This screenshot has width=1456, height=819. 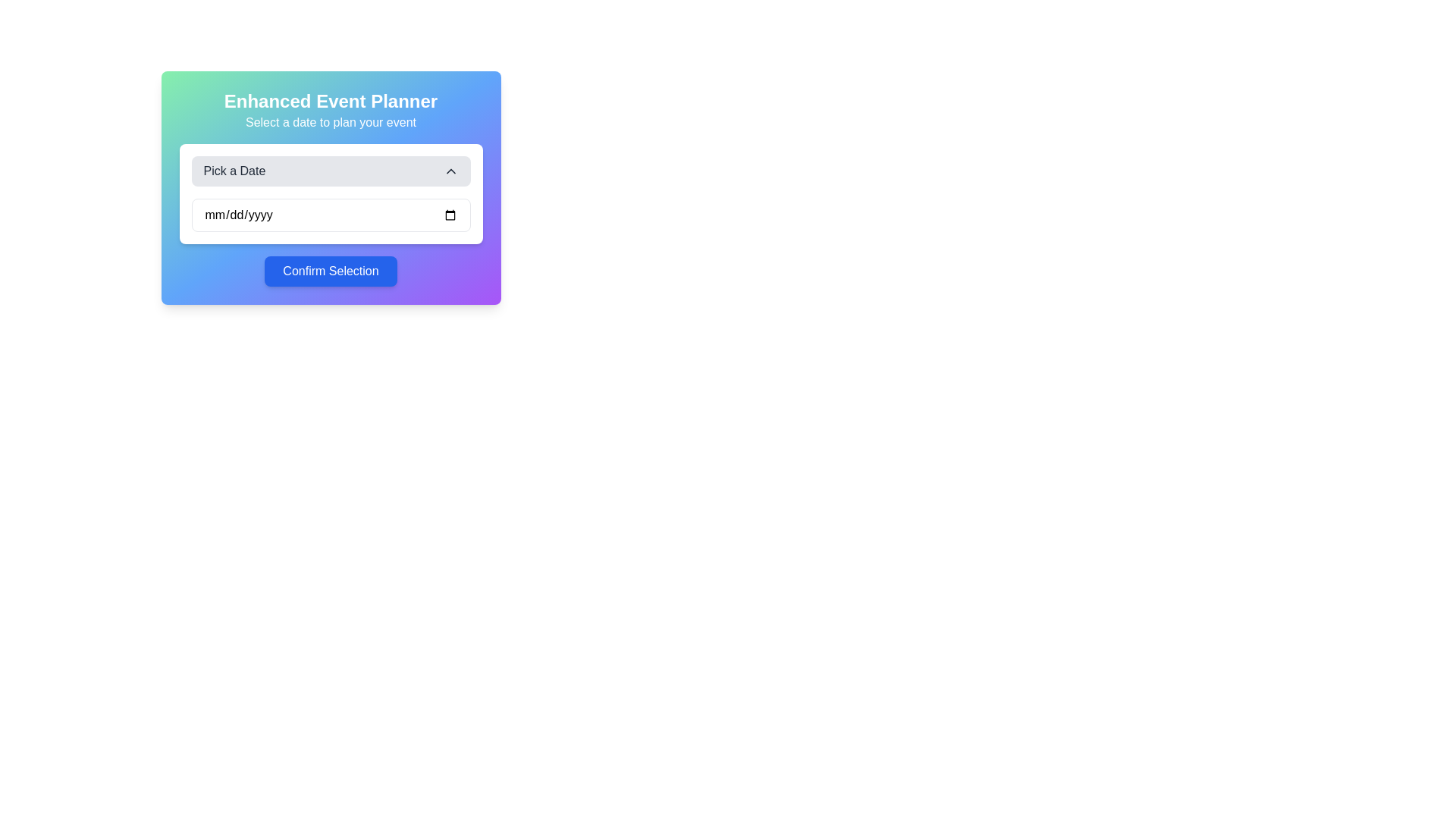 I want to click on the chevron-down icon located in the top-right portion of the 'Pick a Date' section, which is styled with a thin, sharp design and colored black, so click(x=450, y=171).